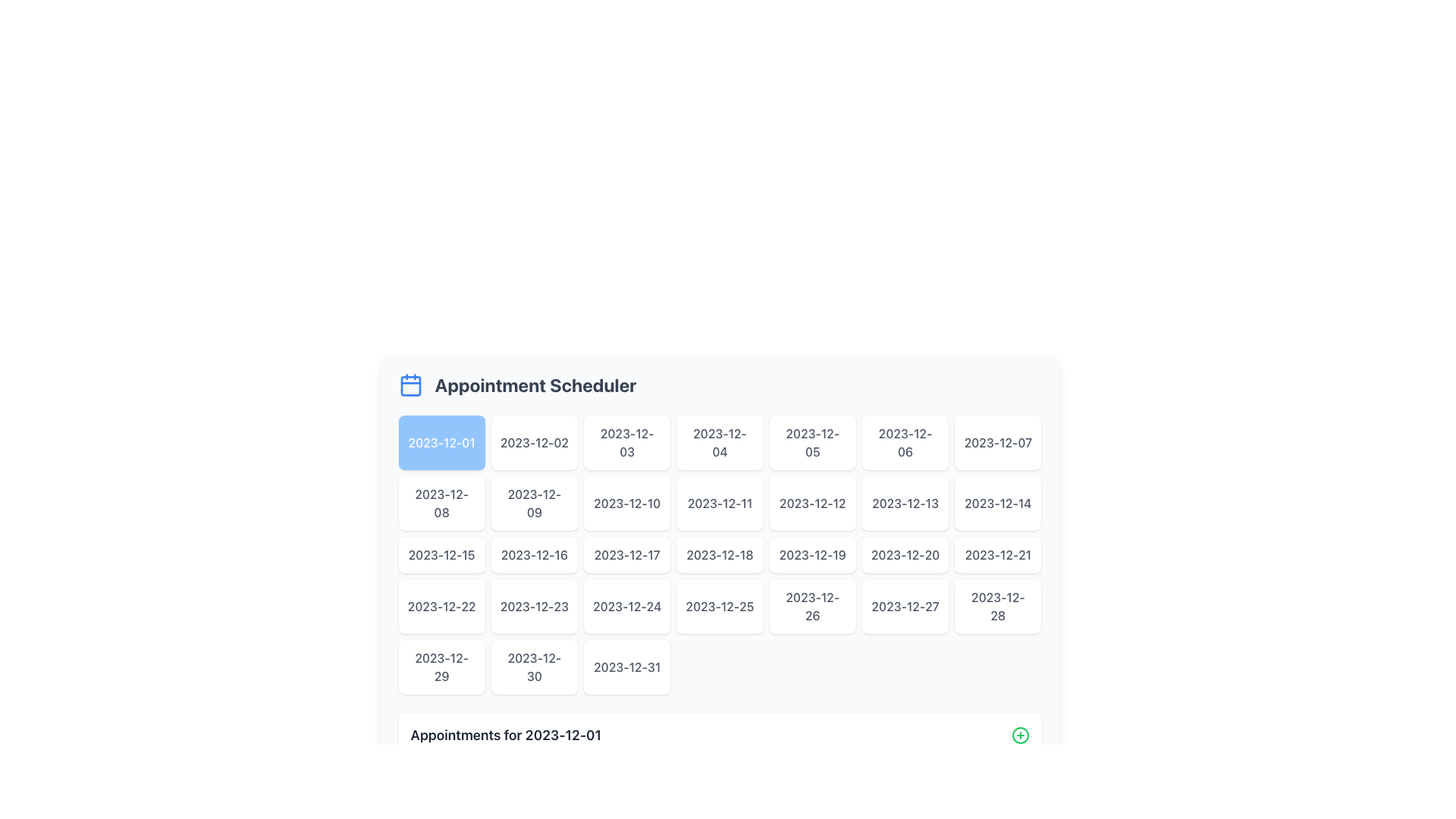 The image size is (1456, 819). I want to click on the selectable date option button located in the last row and last column of the grid under the 'Appointment Scheduler' header to observe potential visual changes, so click(627, 666).